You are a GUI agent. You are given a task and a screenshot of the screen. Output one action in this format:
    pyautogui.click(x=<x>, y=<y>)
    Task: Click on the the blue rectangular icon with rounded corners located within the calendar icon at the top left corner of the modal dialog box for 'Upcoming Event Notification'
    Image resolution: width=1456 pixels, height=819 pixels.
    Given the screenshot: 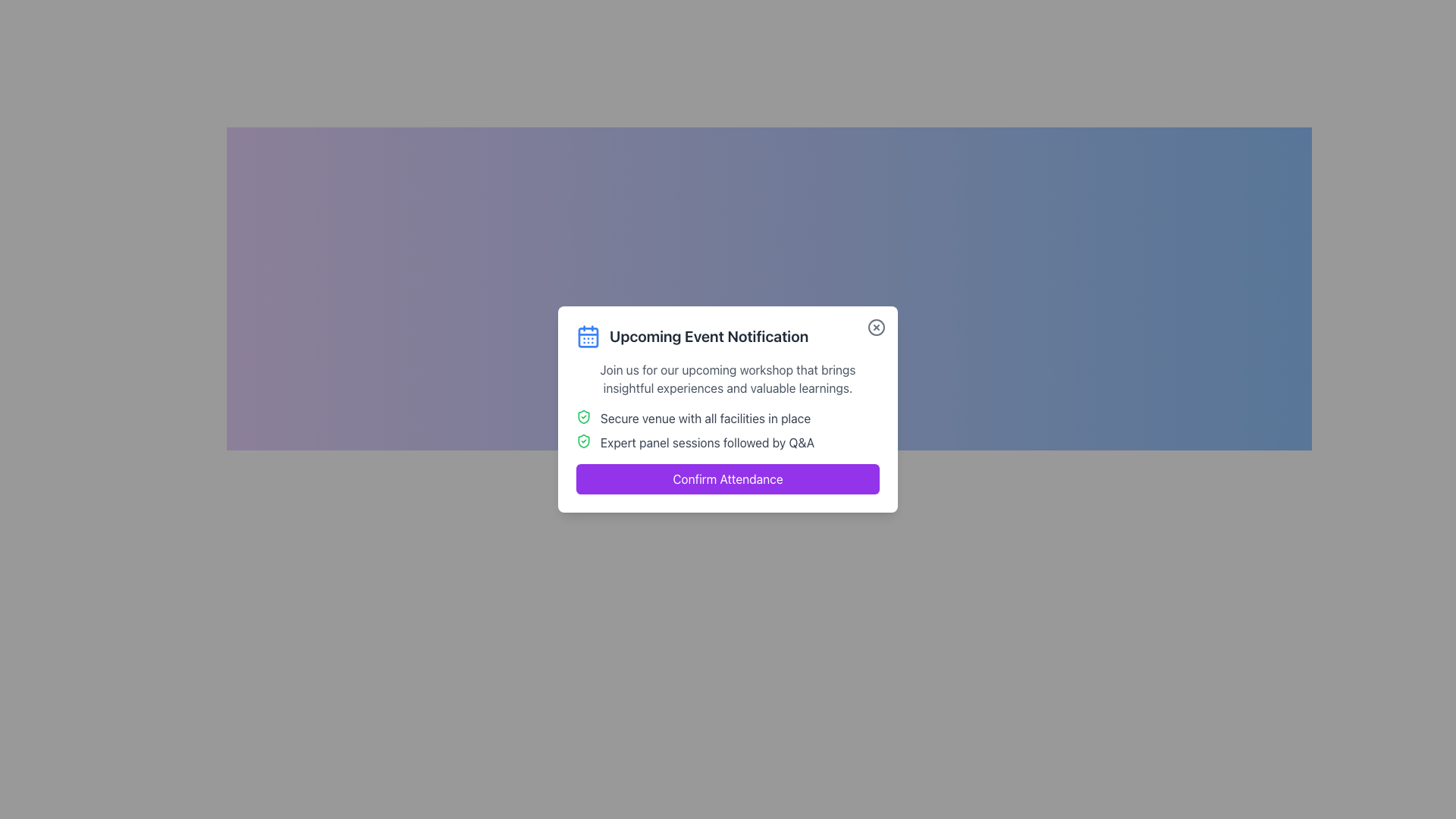 What is the action you would take?
    pyautogui.click(x=588, y=336)
    